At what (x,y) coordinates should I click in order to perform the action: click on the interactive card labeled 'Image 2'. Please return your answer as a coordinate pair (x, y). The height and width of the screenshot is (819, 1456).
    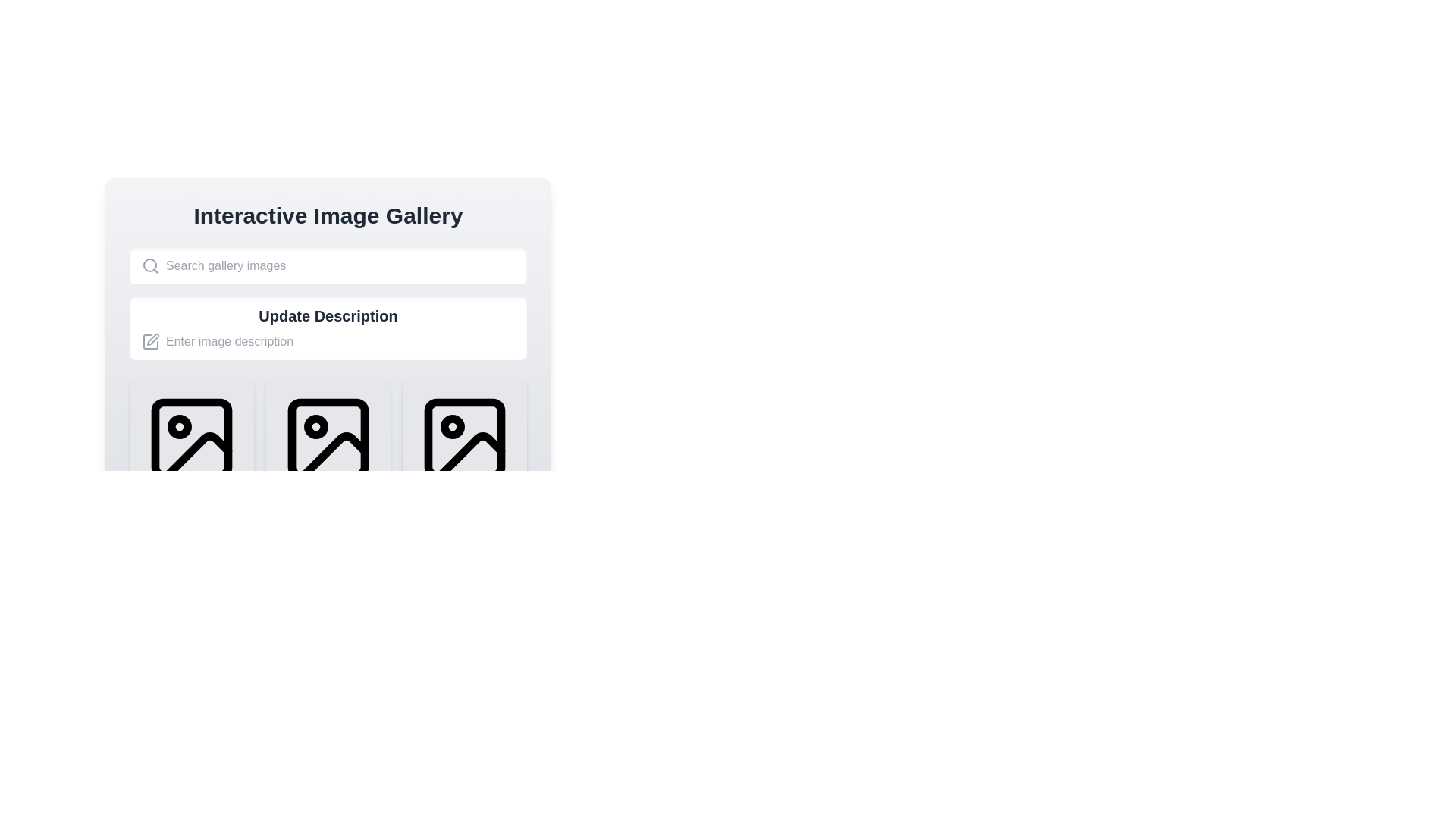
    Looking at the image, I should click on (327, 461).